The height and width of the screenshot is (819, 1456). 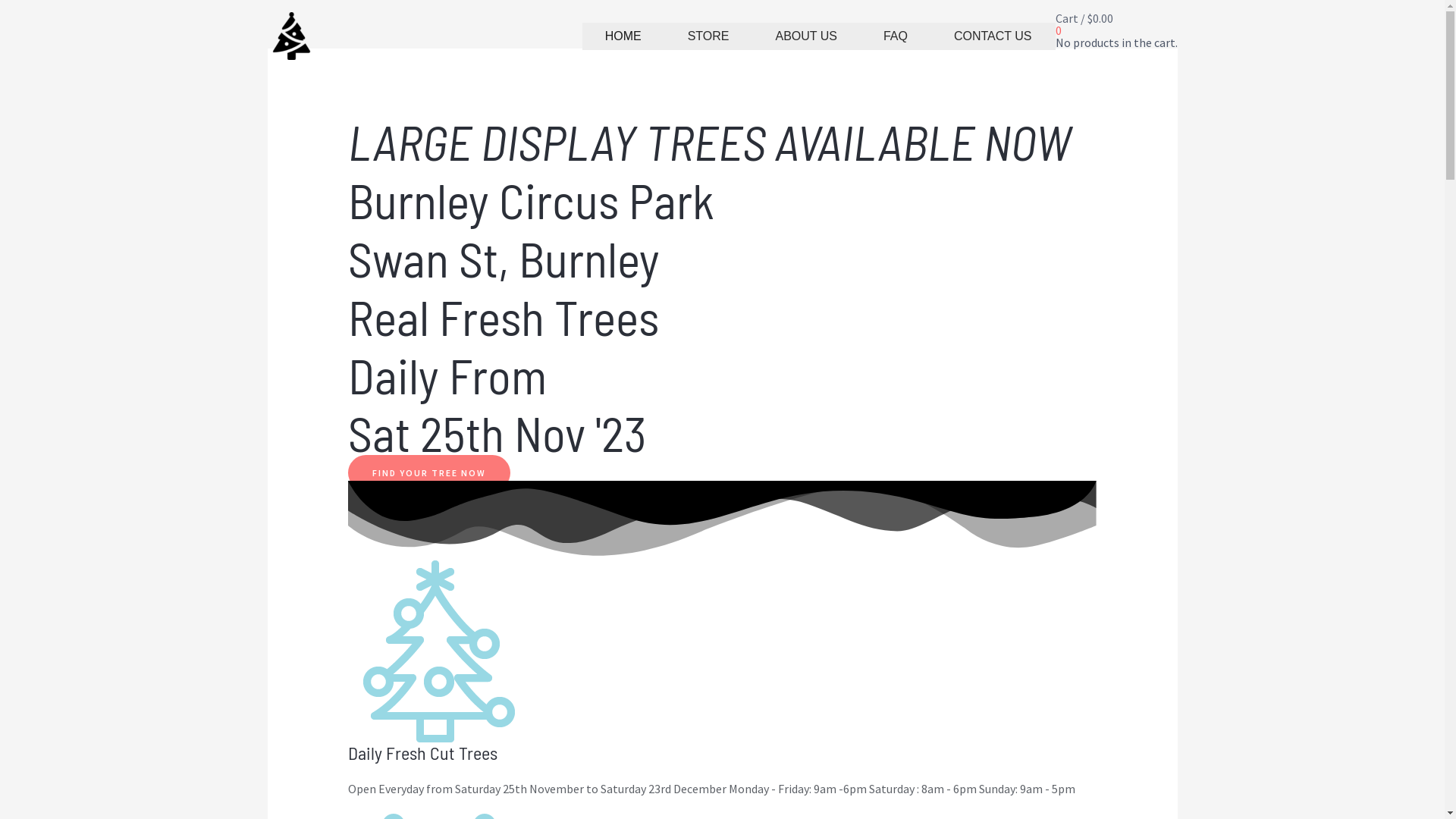 What do you see at coordinates (623, 35) in the screenshot?
I see `'HOME'` at bounding box center [623, 35].